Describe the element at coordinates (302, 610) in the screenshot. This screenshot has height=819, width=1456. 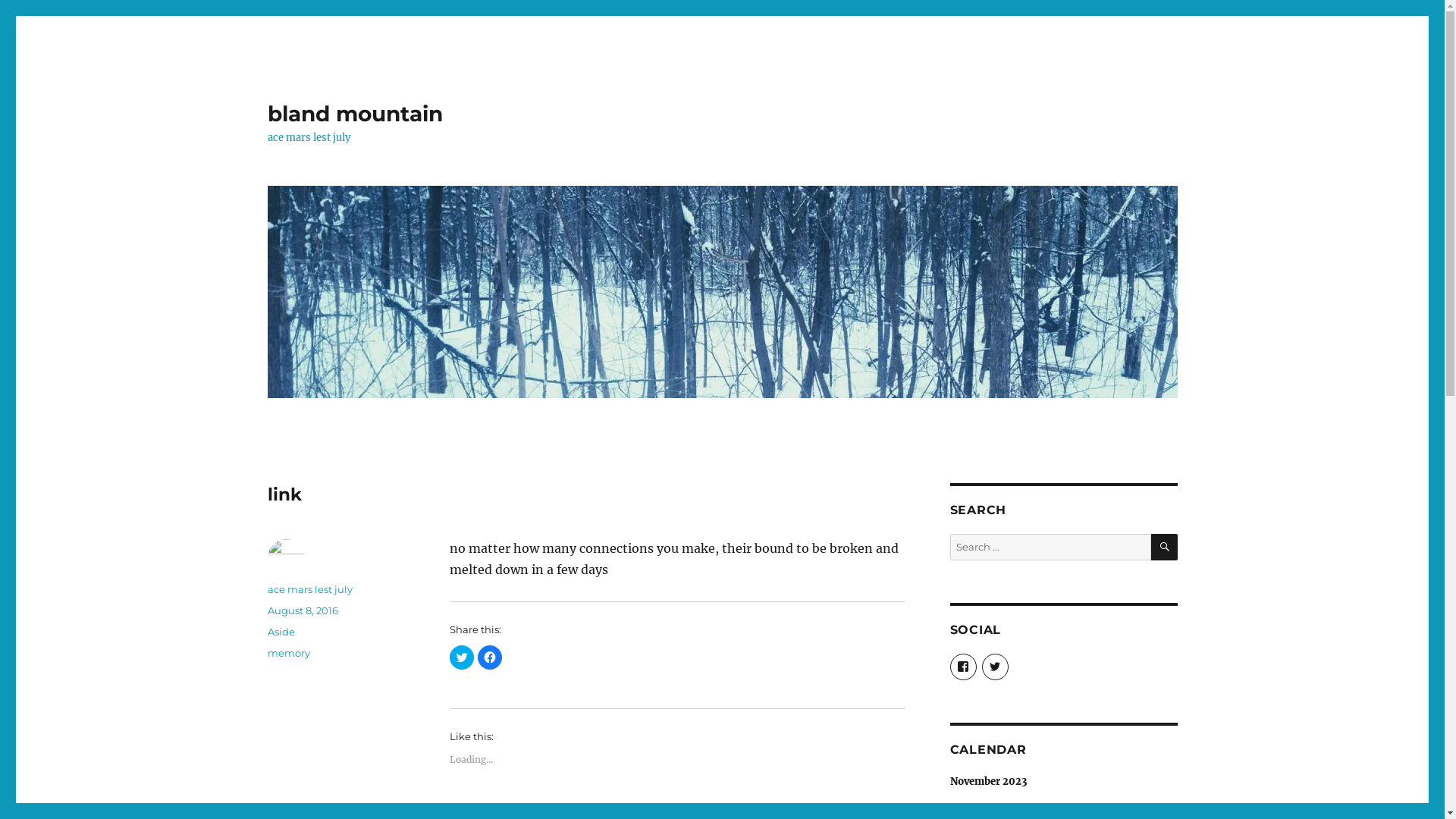
I see `'August 8, 2016'` at that location.